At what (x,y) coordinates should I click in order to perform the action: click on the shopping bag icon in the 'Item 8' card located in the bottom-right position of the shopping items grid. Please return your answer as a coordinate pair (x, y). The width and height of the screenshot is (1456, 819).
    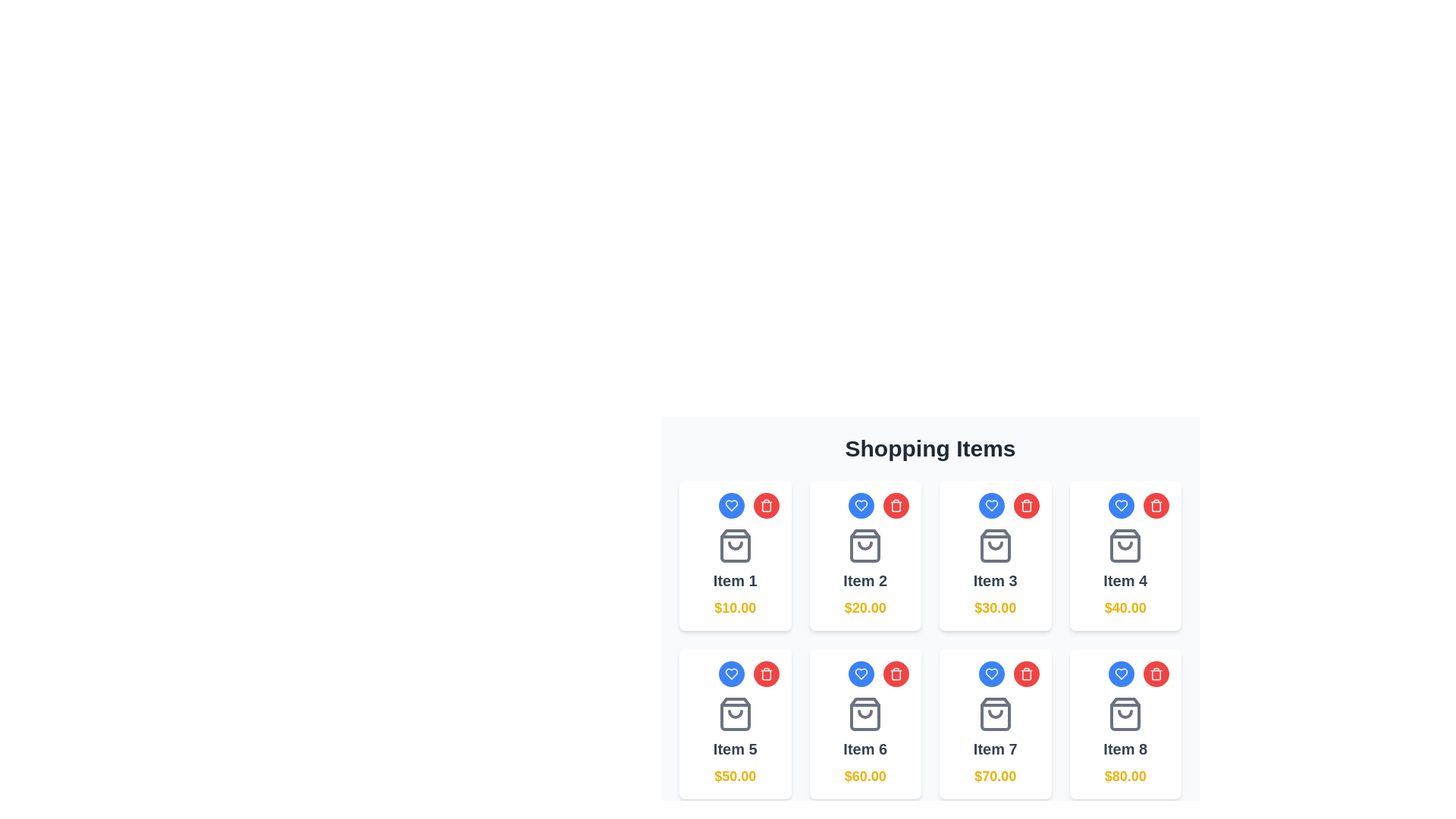
    Looking at the image, I should click on (1125, 741).